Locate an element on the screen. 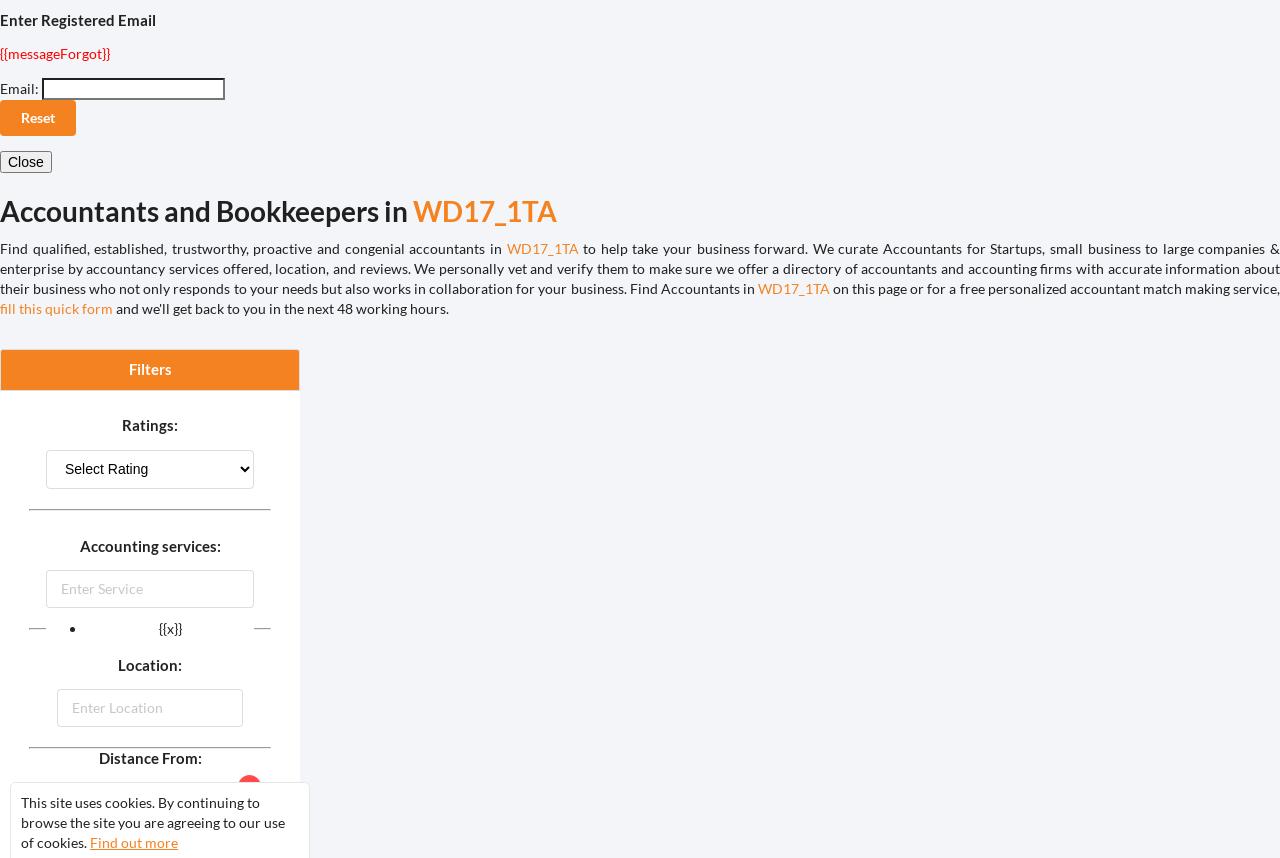 Image resolution: width=1280 pixels, height=858 pixels. 'Filters' is located at coordinates (127, 369).